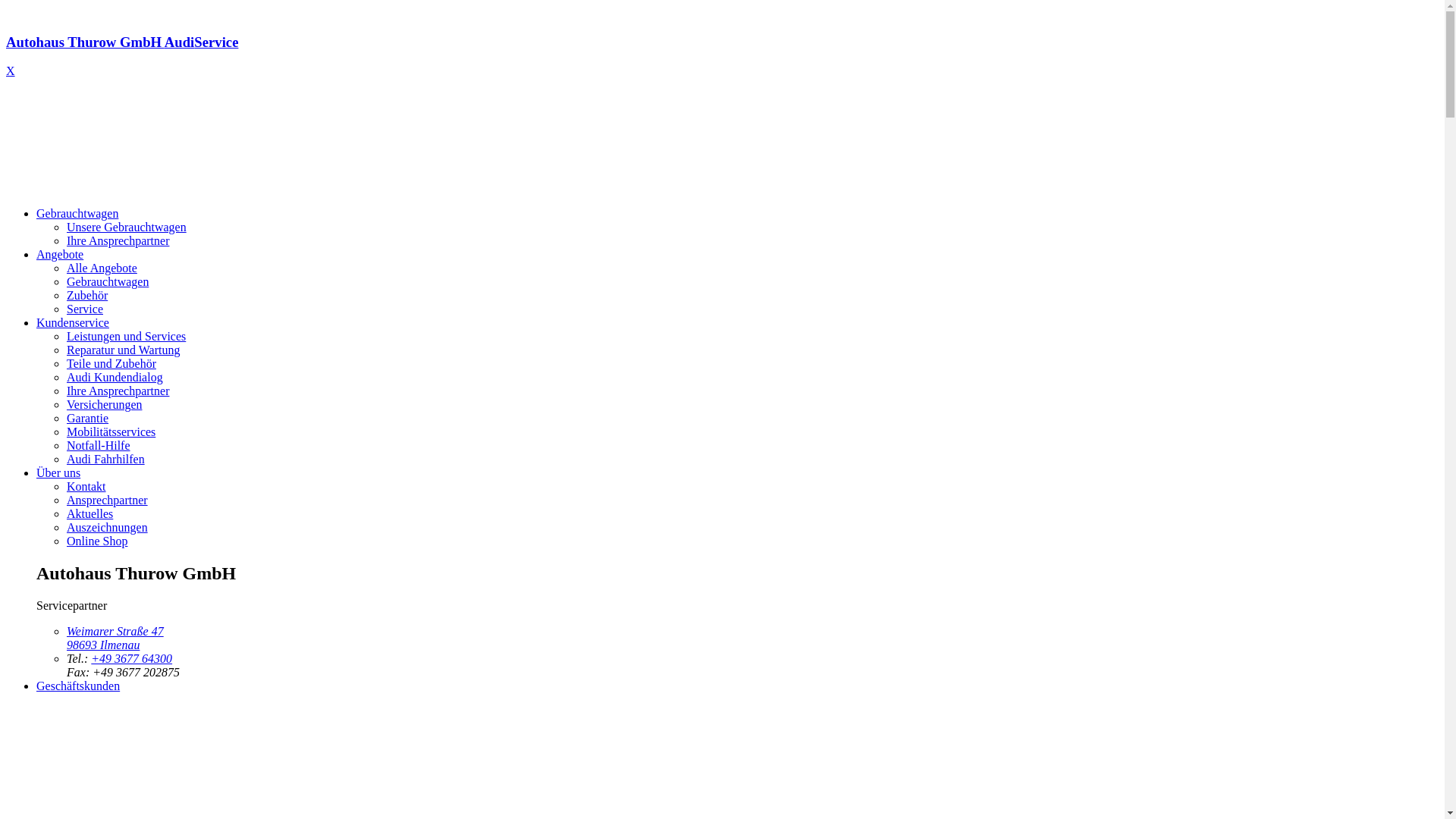 Image resolution: width=1456 pixels, height=819 pixels. I want to click on 'Gebrauchtwagen', so click(76, 213).